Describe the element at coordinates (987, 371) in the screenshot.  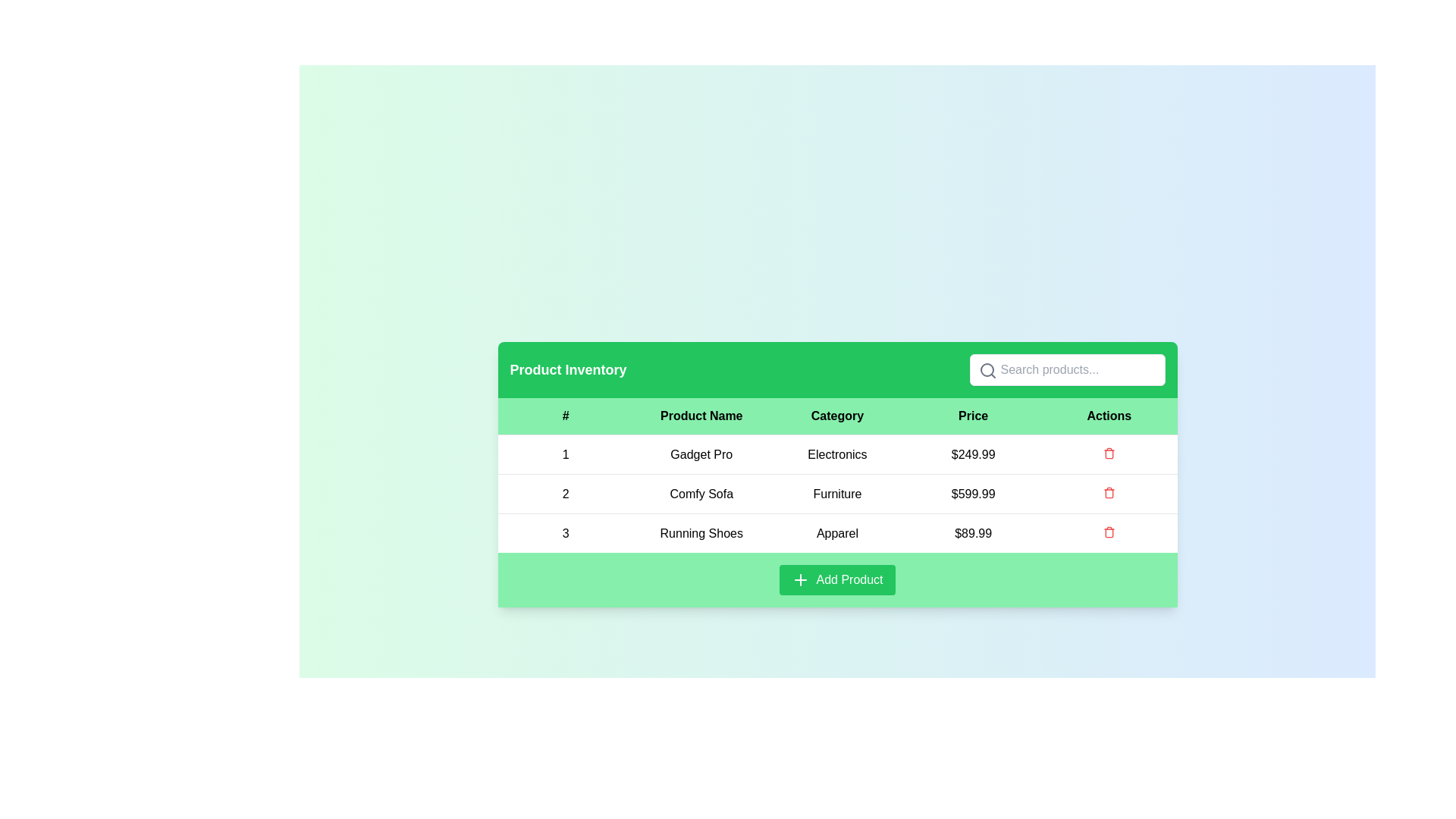
I see `the magnifying glass icon located at the leftmost part of the search bar, adjacent to the input field in the green header section` at that location.